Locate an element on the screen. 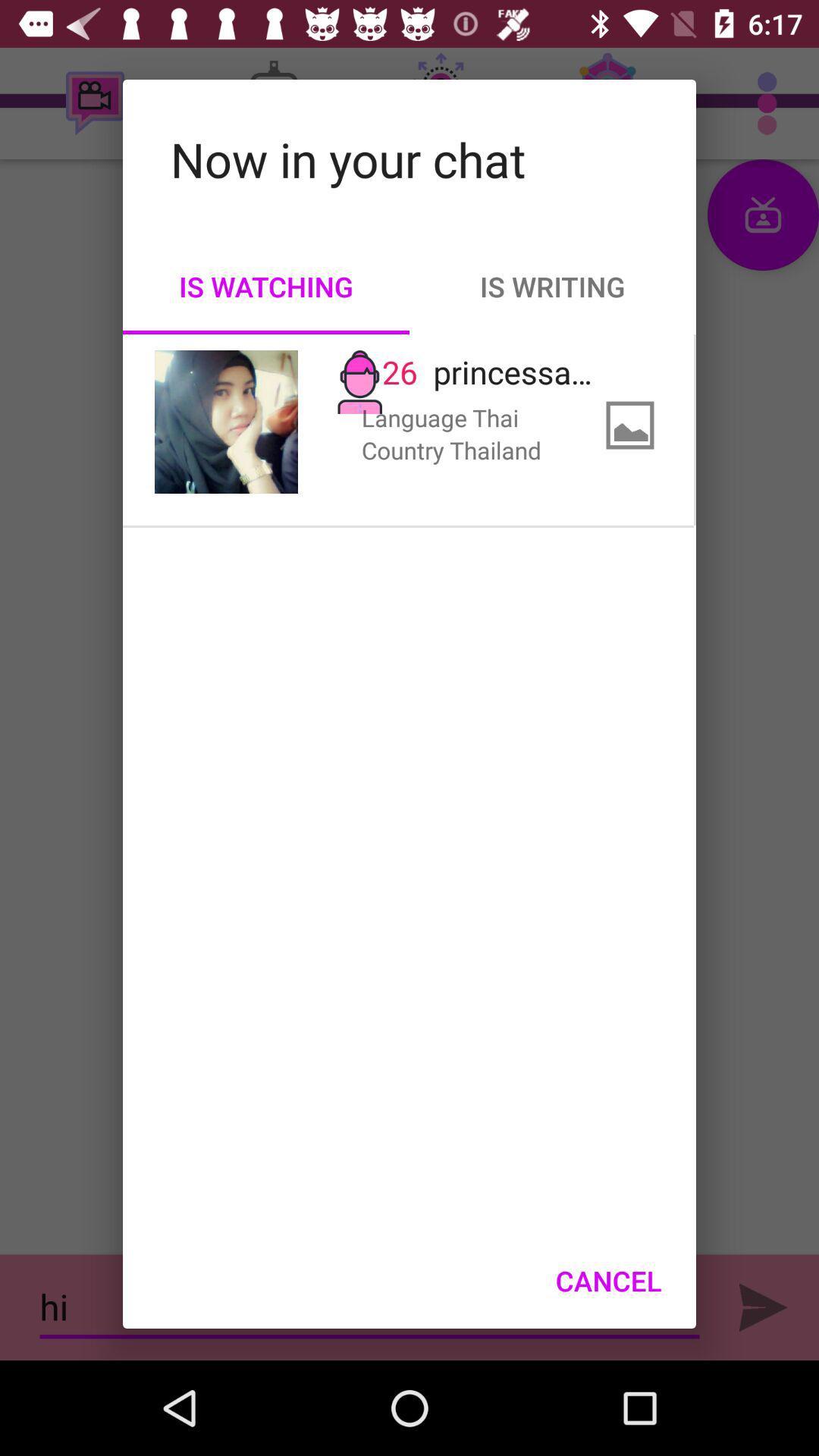 Image resolution: width=819 pixels, height=1456 pixels. icon at the bottom right corner is located at coordinates (607, 1280).